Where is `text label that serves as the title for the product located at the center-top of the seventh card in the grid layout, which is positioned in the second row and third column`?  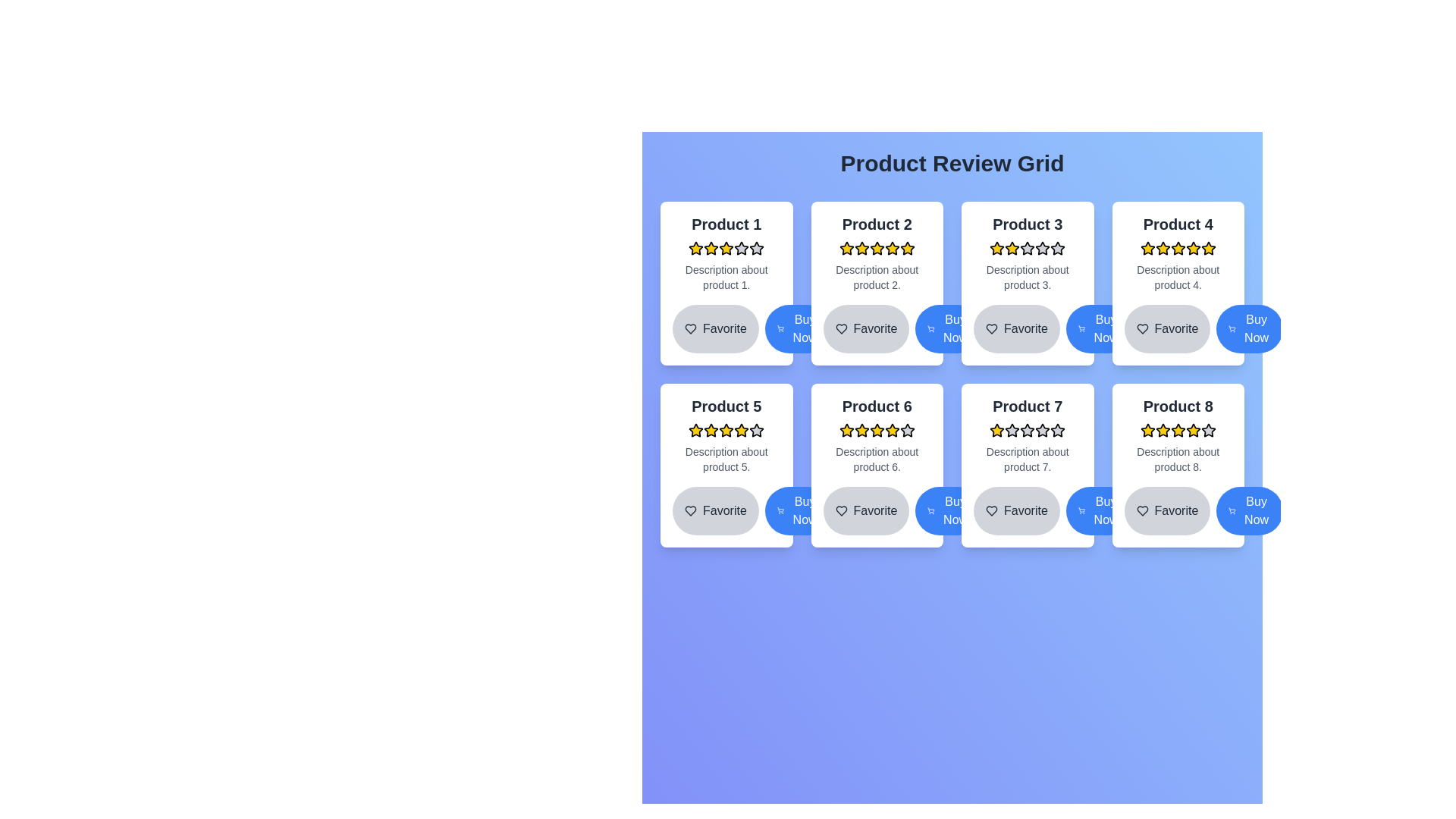
text label that serves as the title for the product located at the center-top of the seventh card in the grid layout, which is positioned in the second row and third column is located at coordinates (1028, 406).